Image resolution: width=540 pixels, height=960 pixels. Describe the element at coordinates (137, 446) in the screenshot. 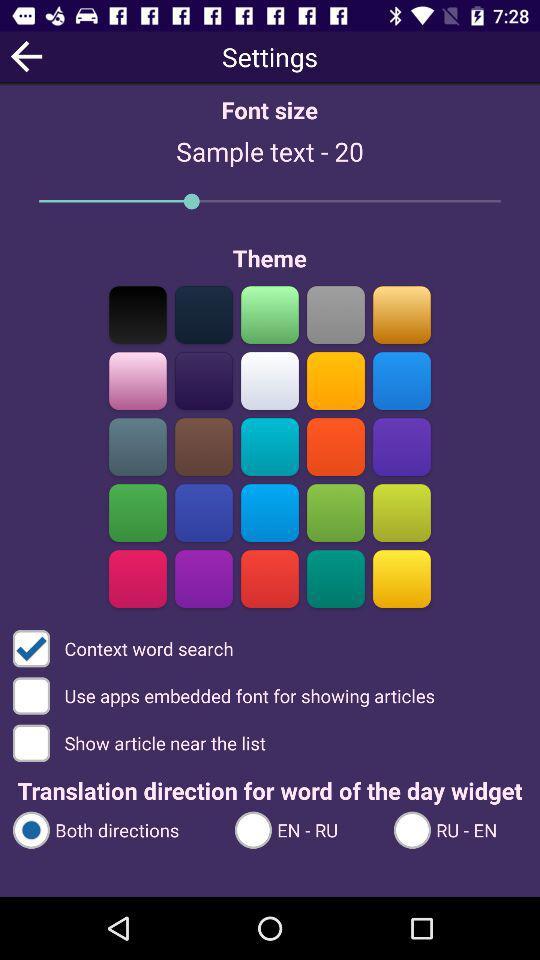

I see `gray` at that location.